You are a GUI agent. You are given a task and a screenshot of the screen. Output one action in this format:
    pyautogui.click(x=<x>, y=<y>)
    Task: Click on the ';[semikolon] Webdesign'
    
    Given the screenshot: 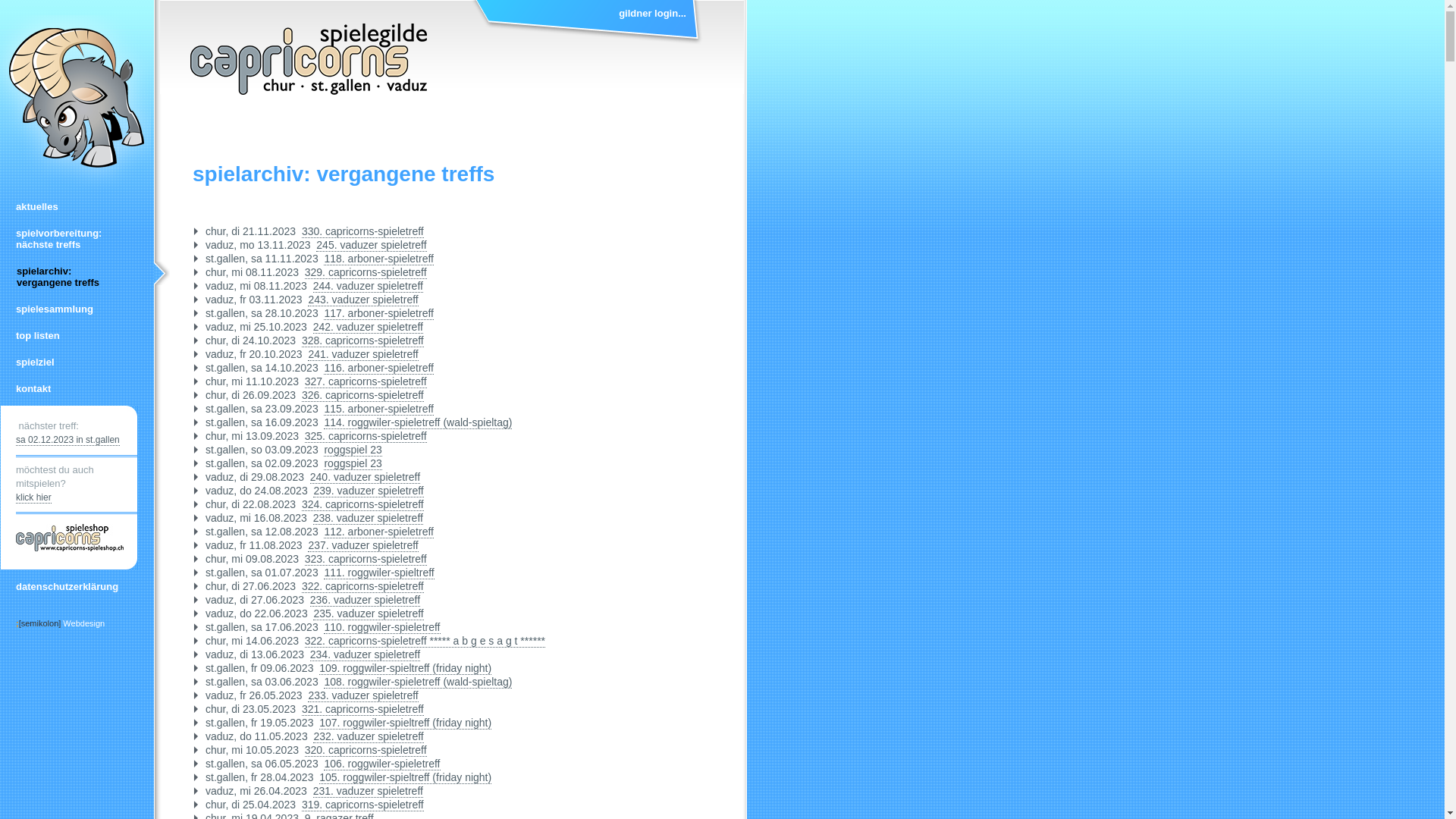 What is the action you would take?
    pyautogui.click(x=60, y=623)
    